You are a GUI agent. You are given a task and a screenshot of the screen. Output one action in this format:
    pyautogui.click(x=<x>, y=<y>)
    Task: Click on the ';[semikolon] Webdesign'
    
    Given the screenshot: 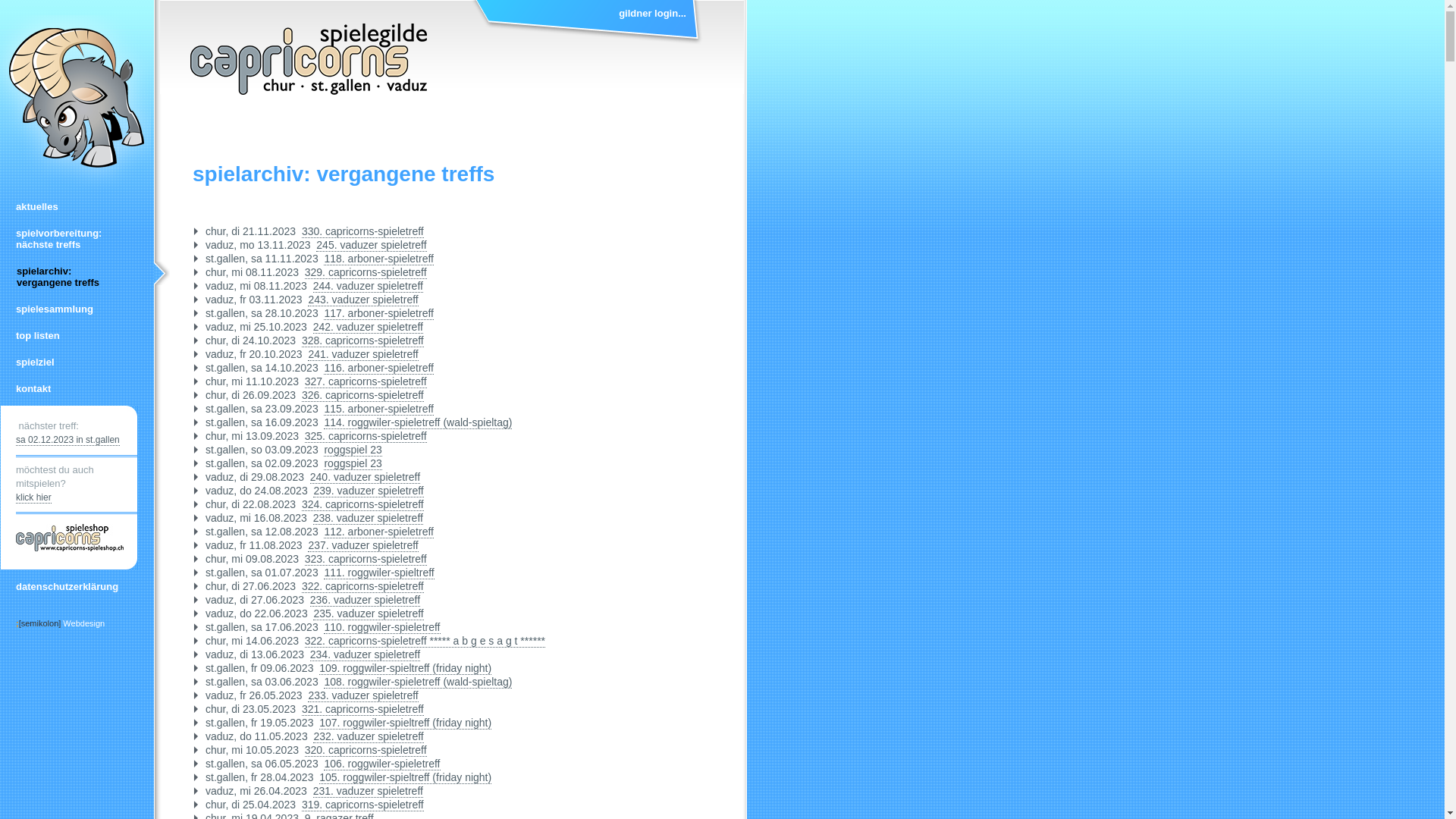 What is the action you would take?
    pyautogui.click(x=60, y=623)
    